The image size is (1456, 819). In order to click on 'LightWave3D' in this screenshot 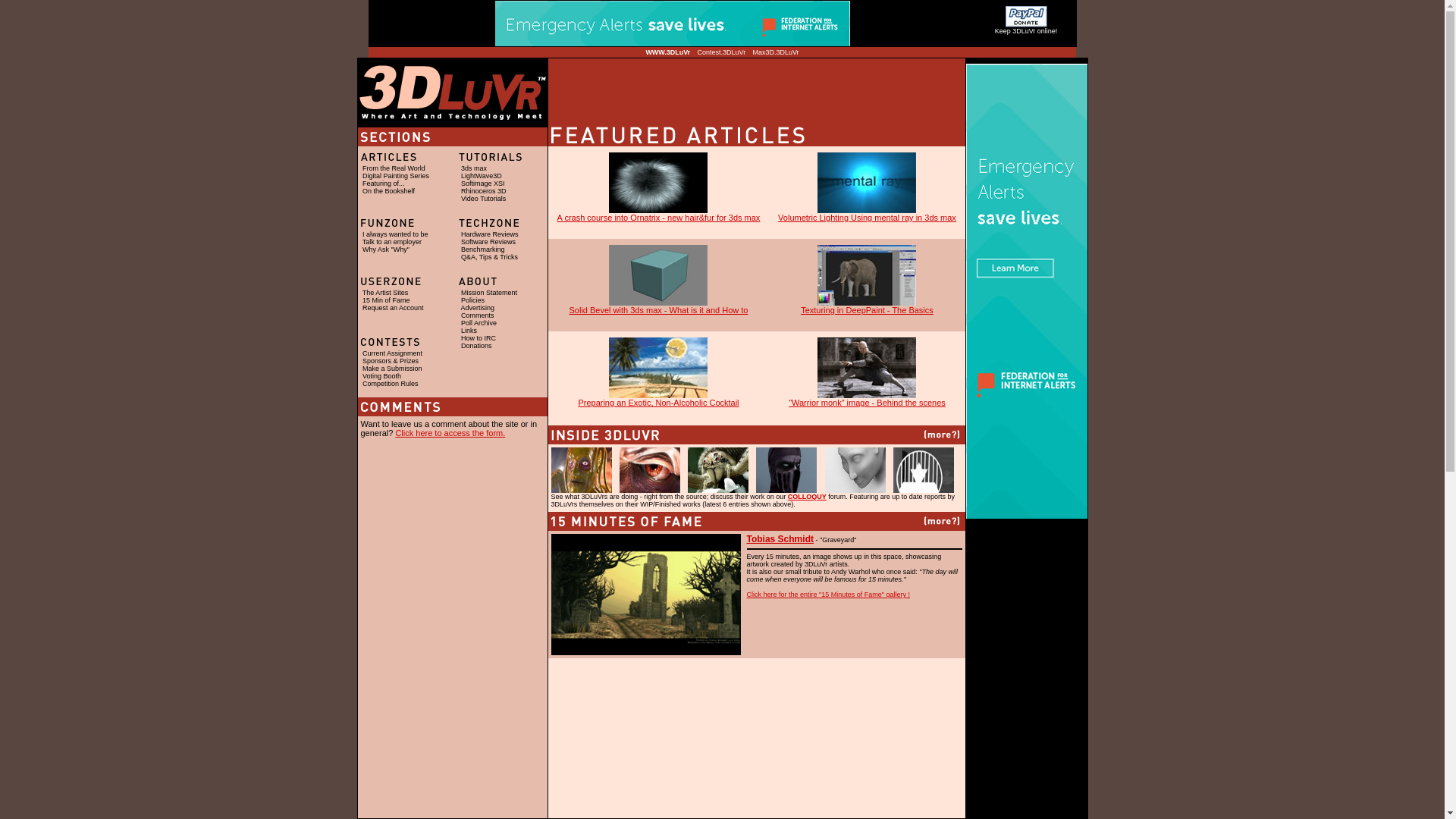, I will do `click(480, 174)`.